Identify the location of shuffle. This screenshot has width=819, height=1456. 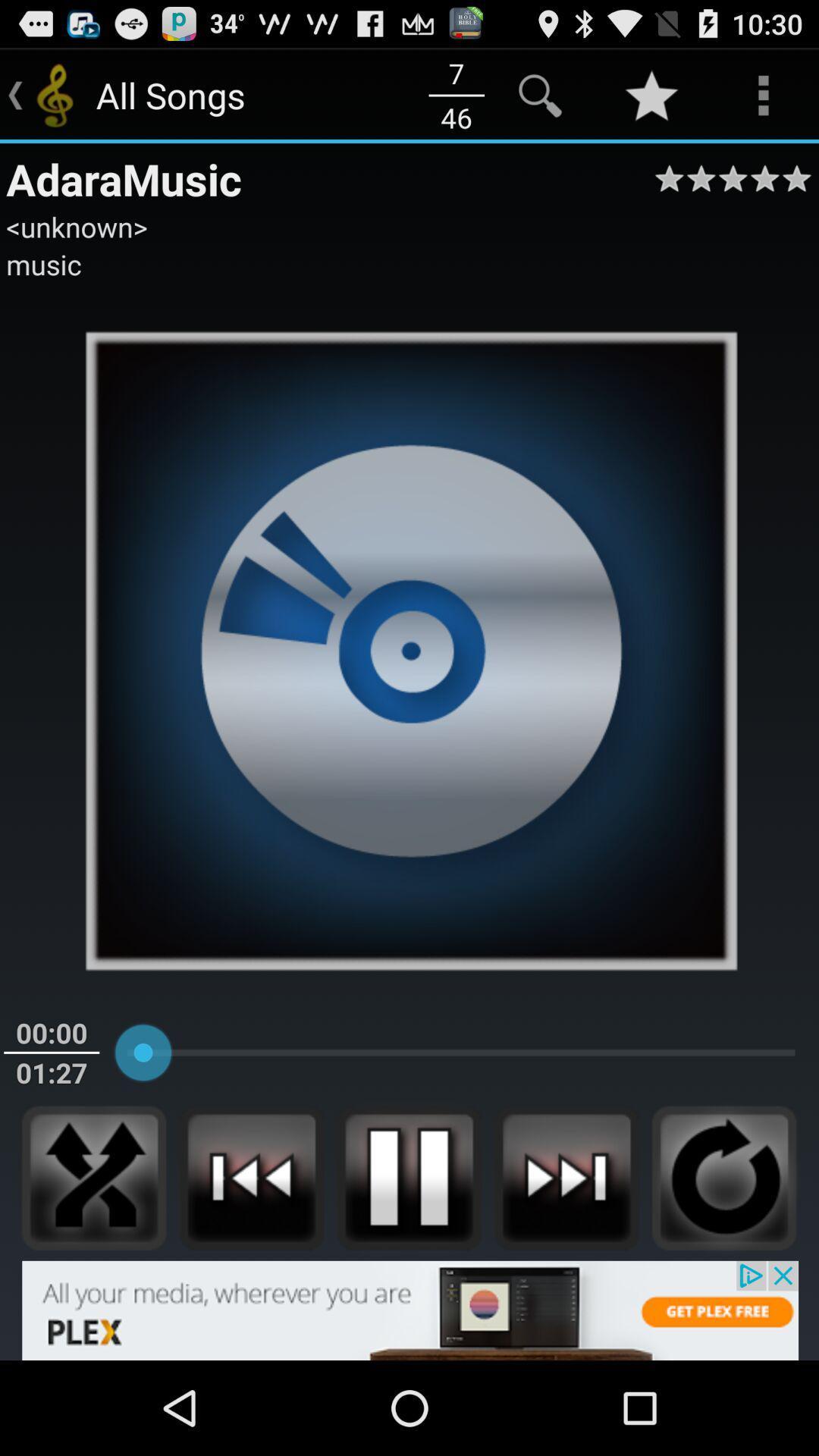
(94, 1177).